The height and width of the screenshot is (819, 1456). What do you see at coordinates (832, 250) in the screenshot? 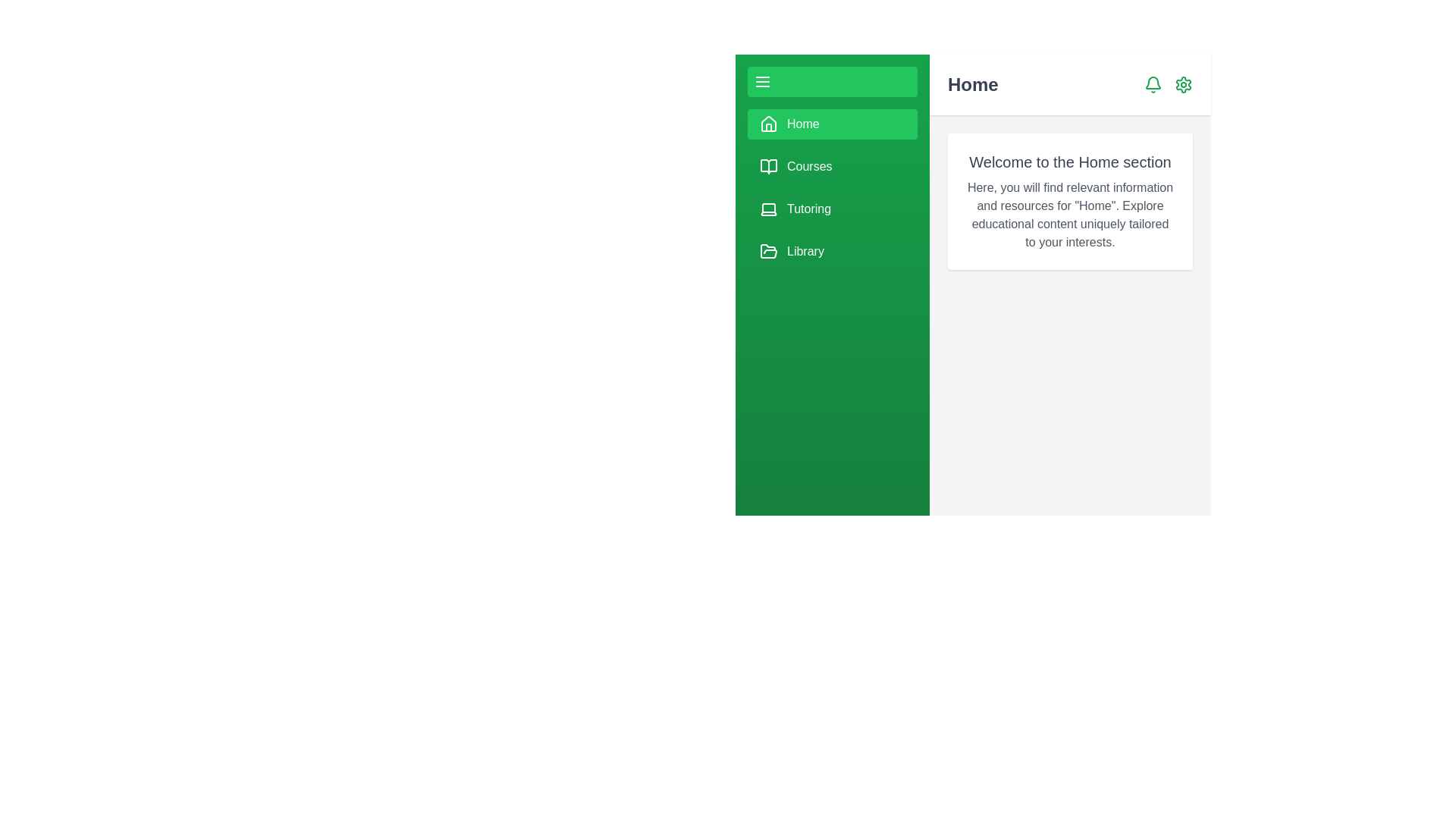
I see `the 'Library' button, which is the fourth item in the vertical navigation menu on the left side` at bounding box center [832, 250].